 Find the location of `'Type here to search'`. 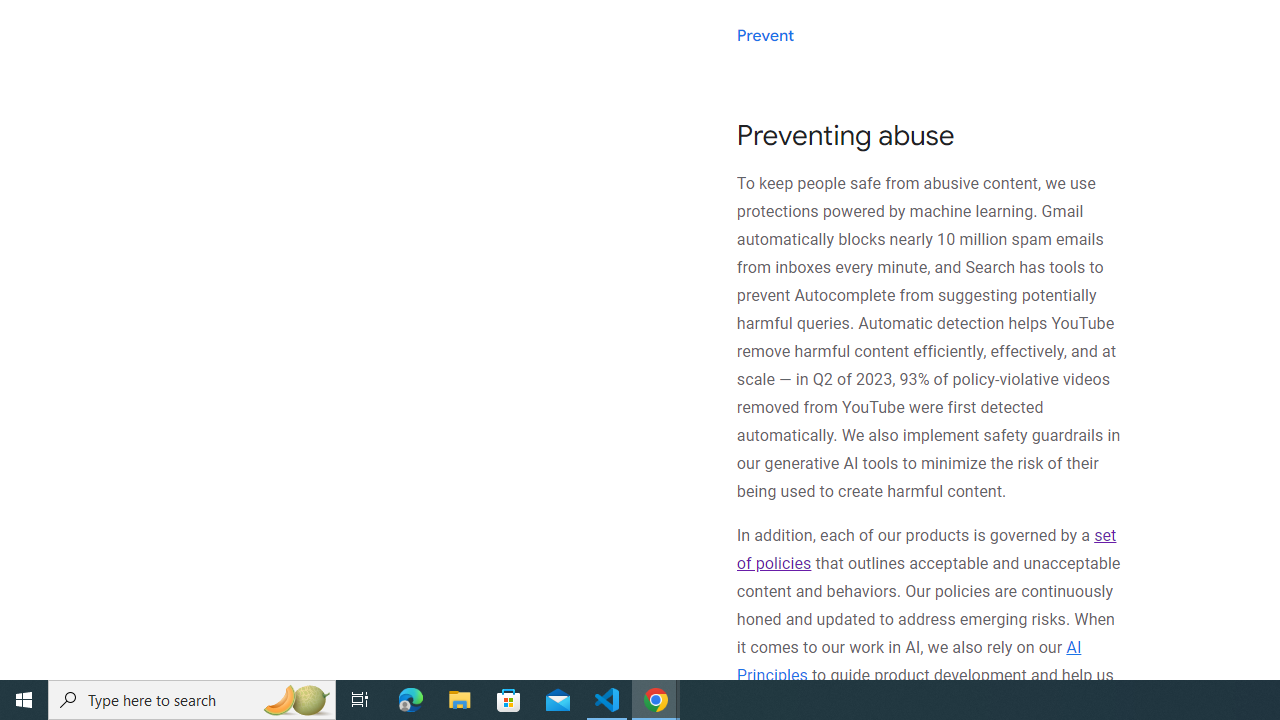

'Type here to search' is located at coordinates (192, 698).